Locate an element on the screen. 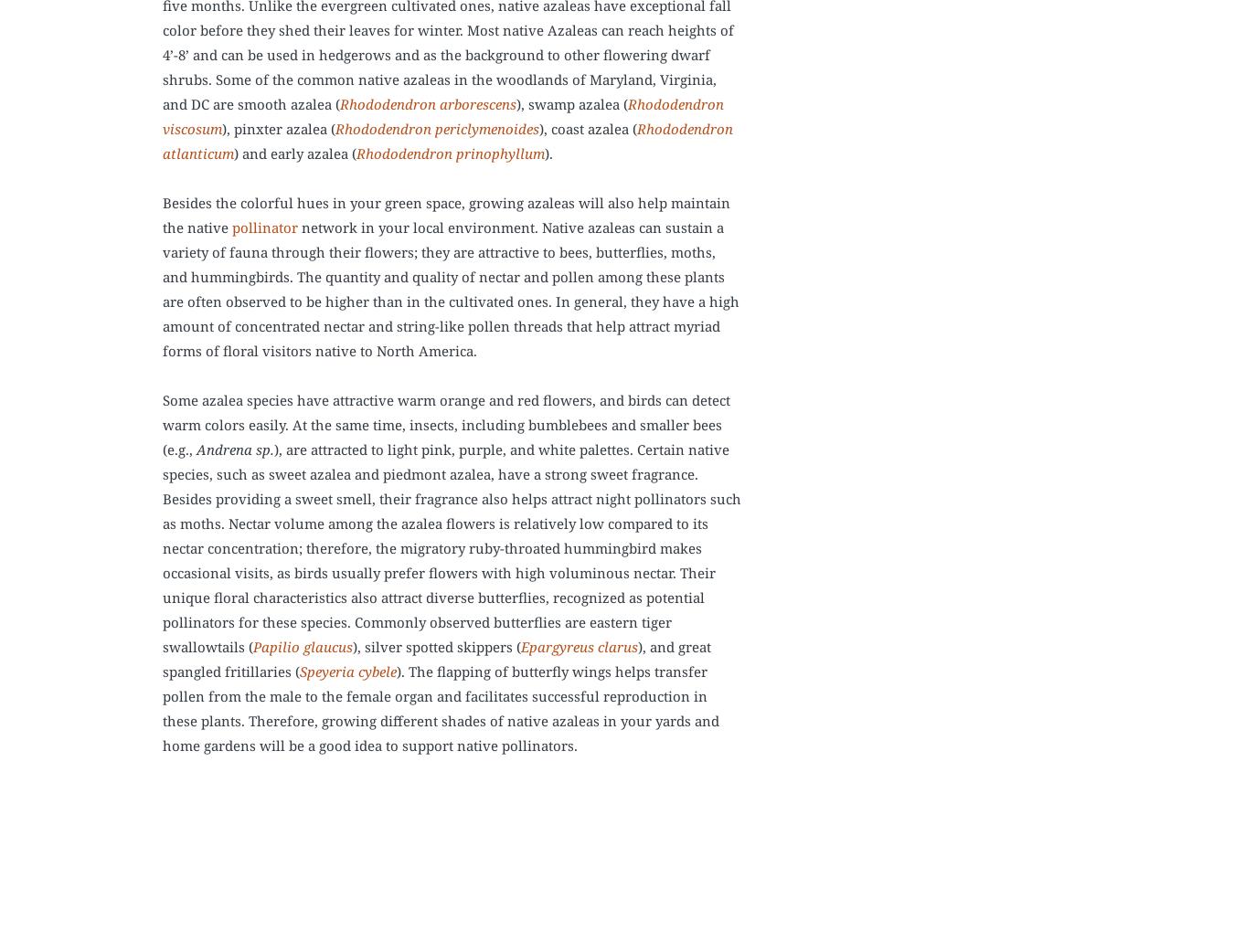 This screenshot has width=1234, height=952. 'Rhododendron atlanticum' is located at coordinates (163, 140).